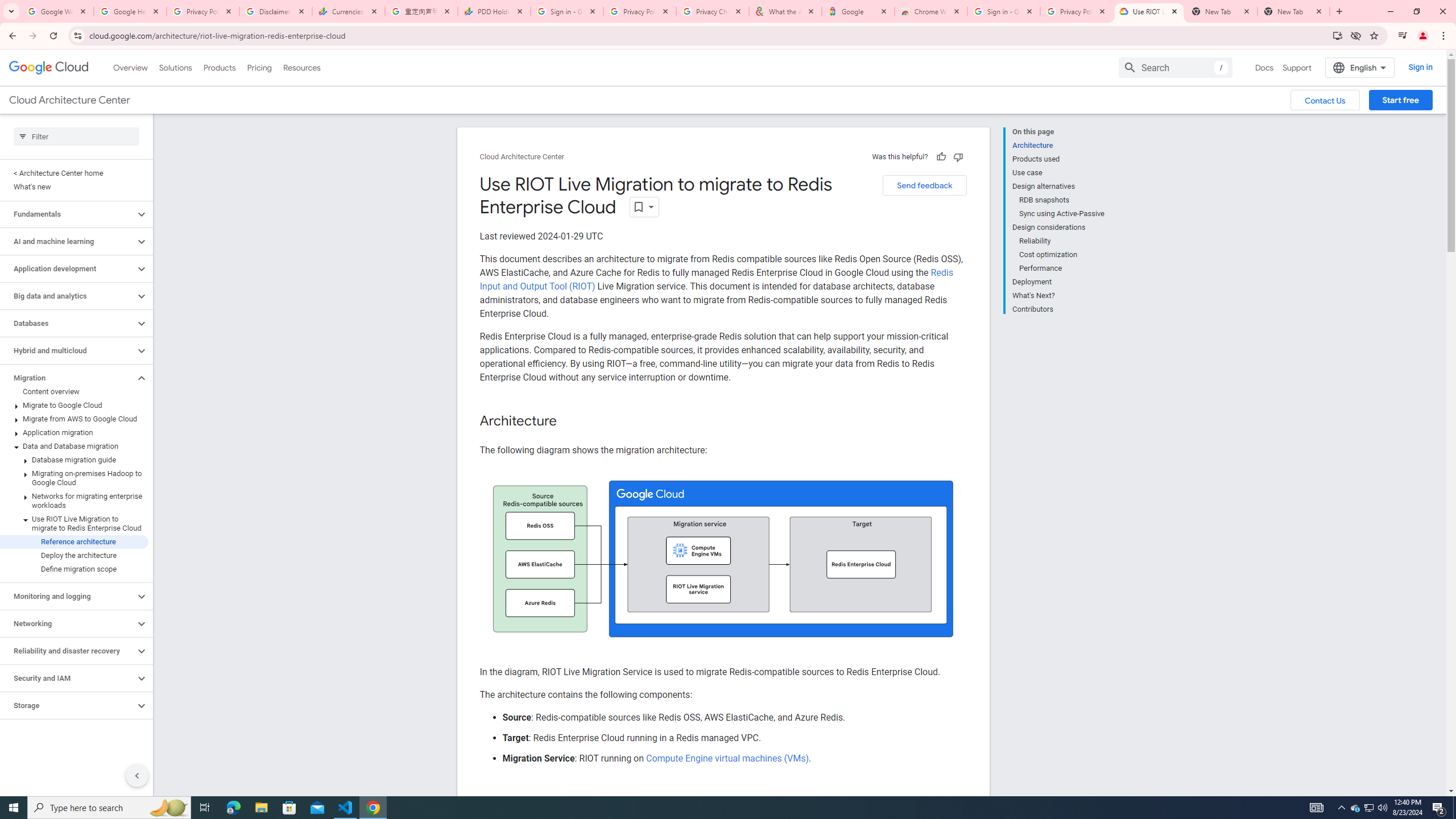 The image size is (1456, 819). I want to click on 'Use case', so click(1058, 172).